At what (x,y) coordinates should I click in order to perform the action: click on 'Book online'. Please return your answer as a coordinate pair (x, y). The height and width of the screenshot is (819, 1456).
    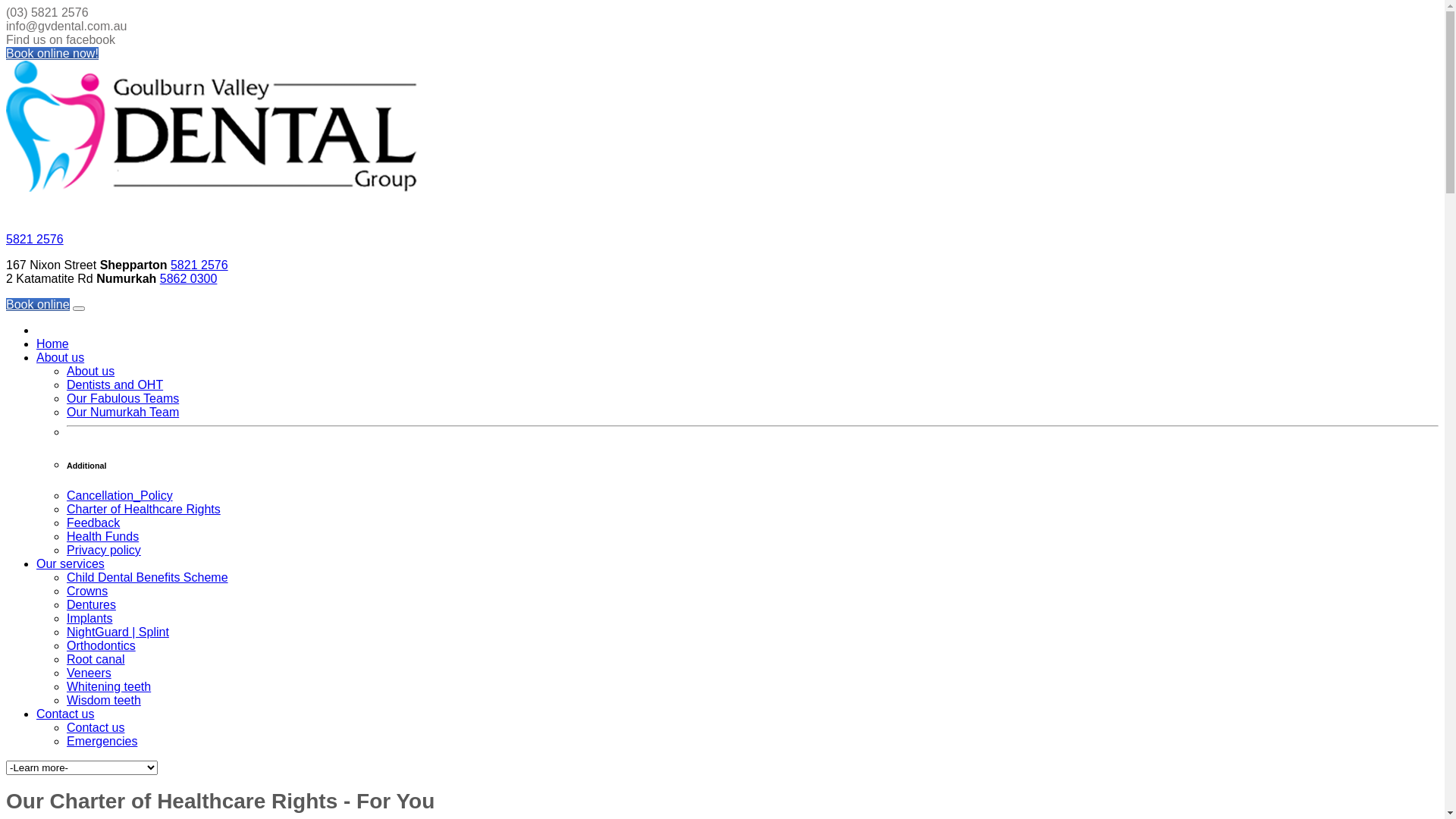
    Looking at the image, I should click on (6, 304).